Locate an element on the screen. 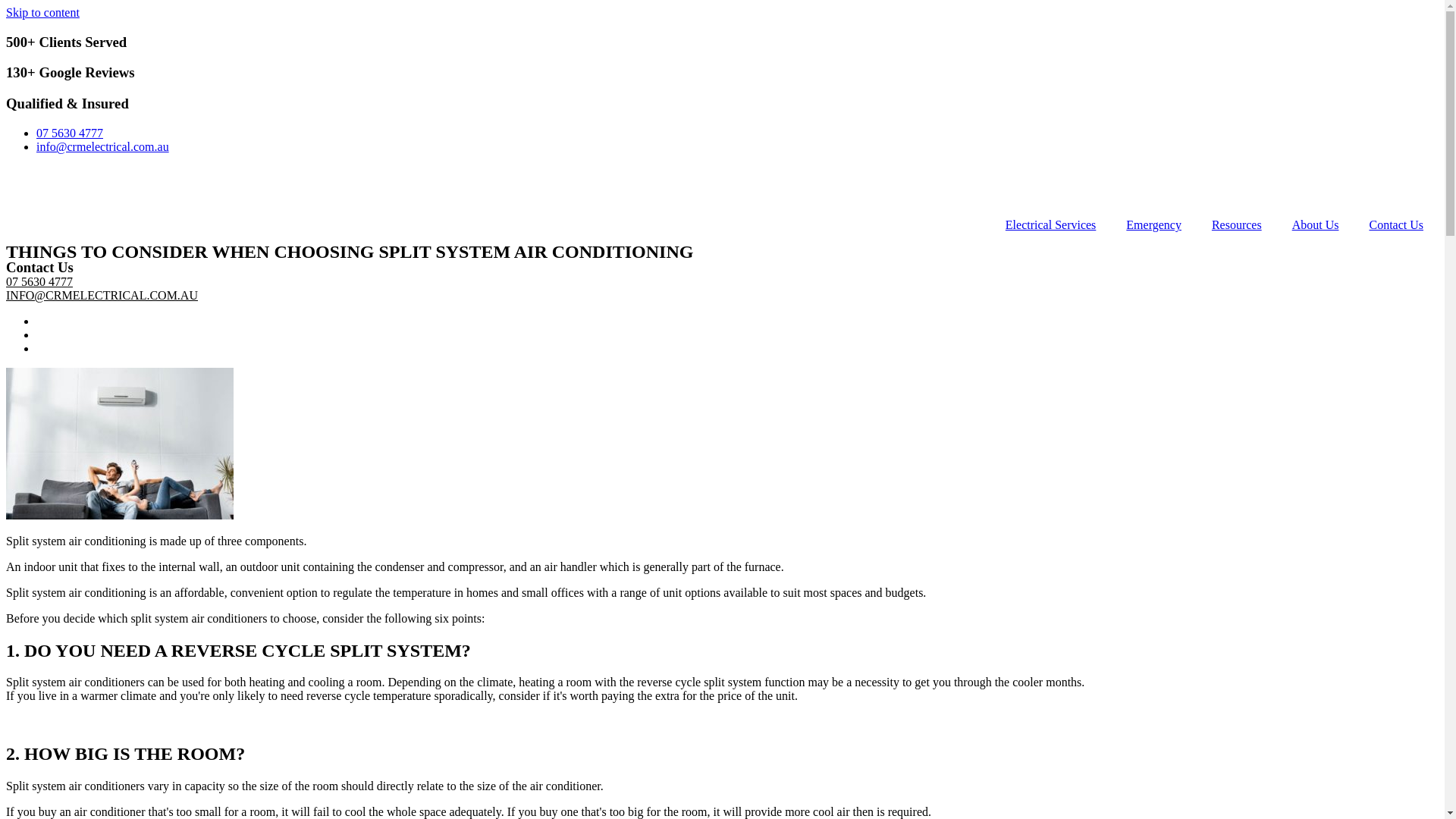  'Resources' is located at coordinates (1237, 225).